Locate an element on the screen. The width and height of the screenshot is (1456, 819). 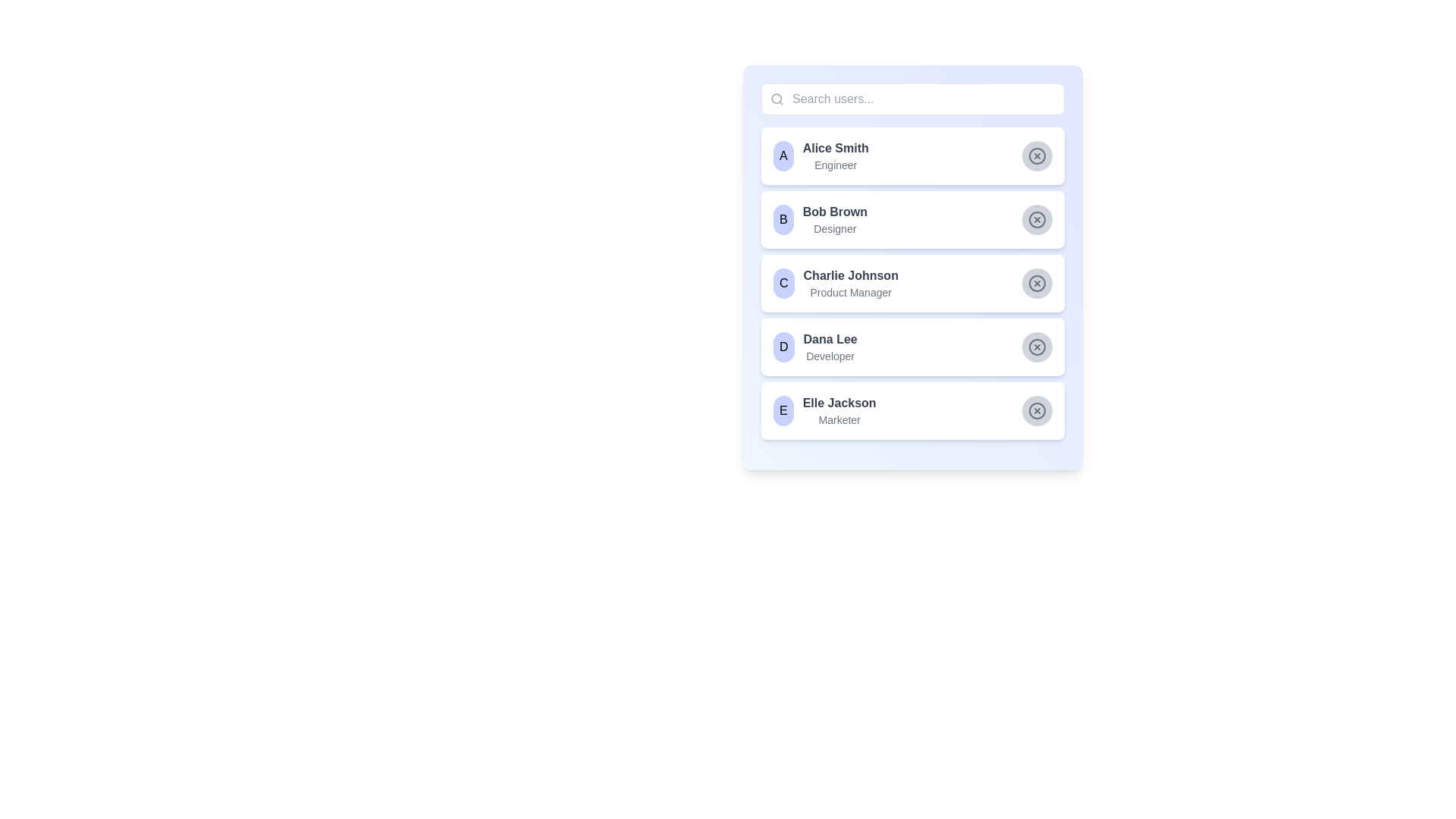
to select the user profile card for 'Alice Smith', which features a circular profile placeholder with 'A' and is the first entry in a vertical list of user cards is located at coordinates (912, 155).